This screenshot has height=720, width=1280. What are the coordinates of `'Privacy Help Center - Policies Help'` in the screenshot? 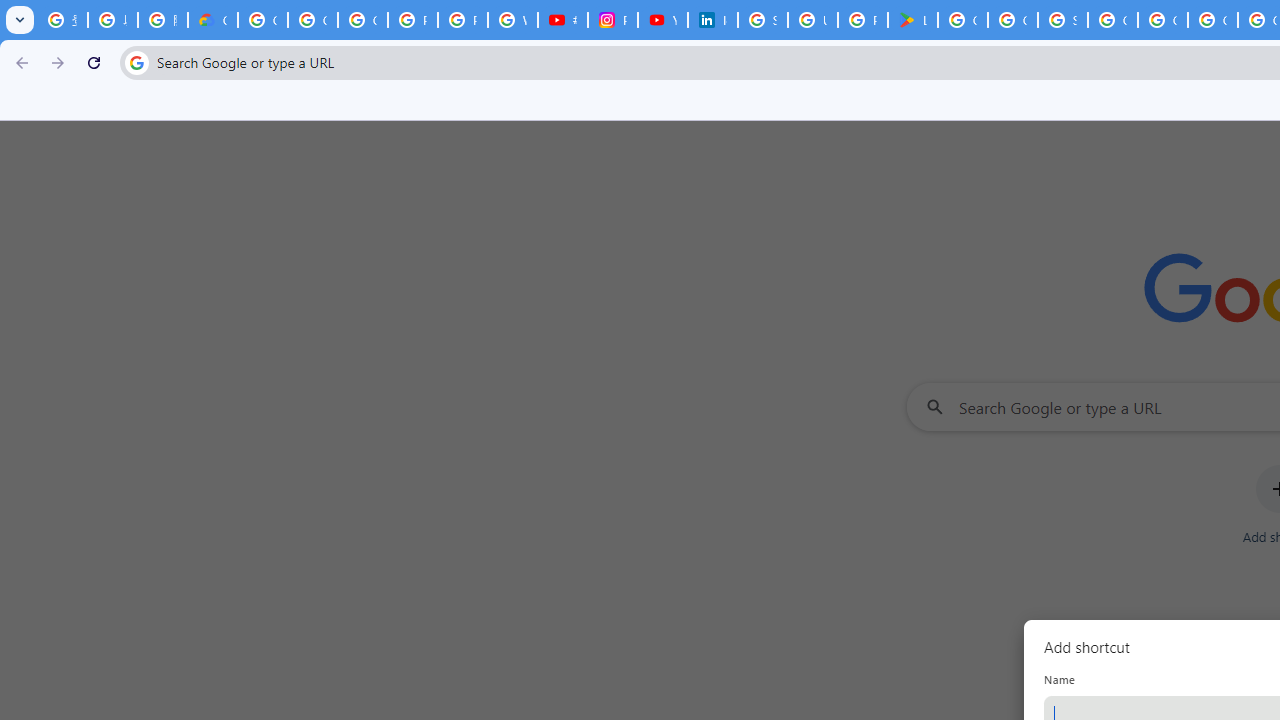 It's located at (461, 20).